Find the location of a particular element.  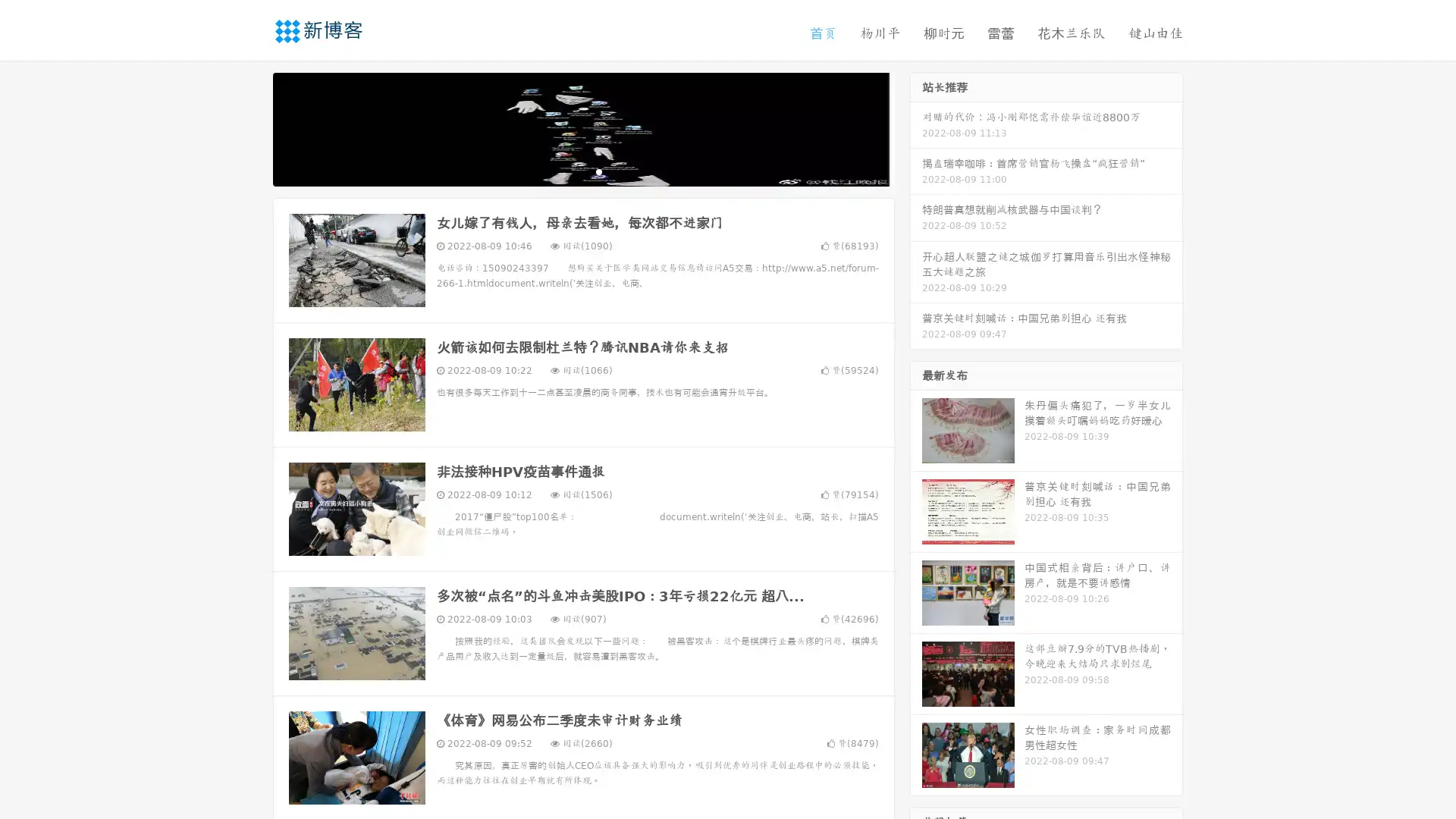

Previous slide is located at coordinates (250, 127).